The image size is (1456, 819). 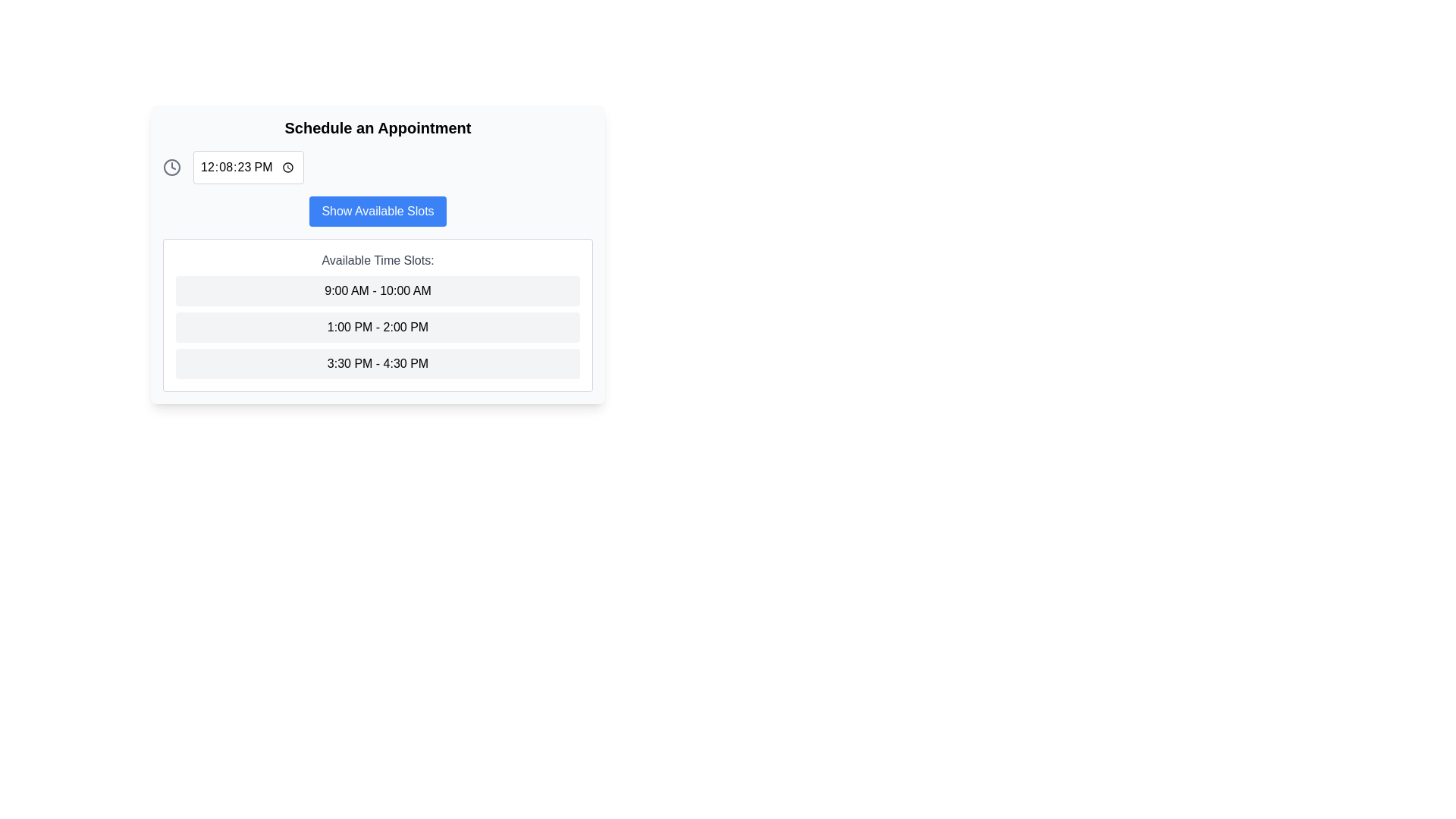 I want to click on the button that initiates showing the available appointment time slots, located centrally within the scheduling section, so click(x=378, y=211).